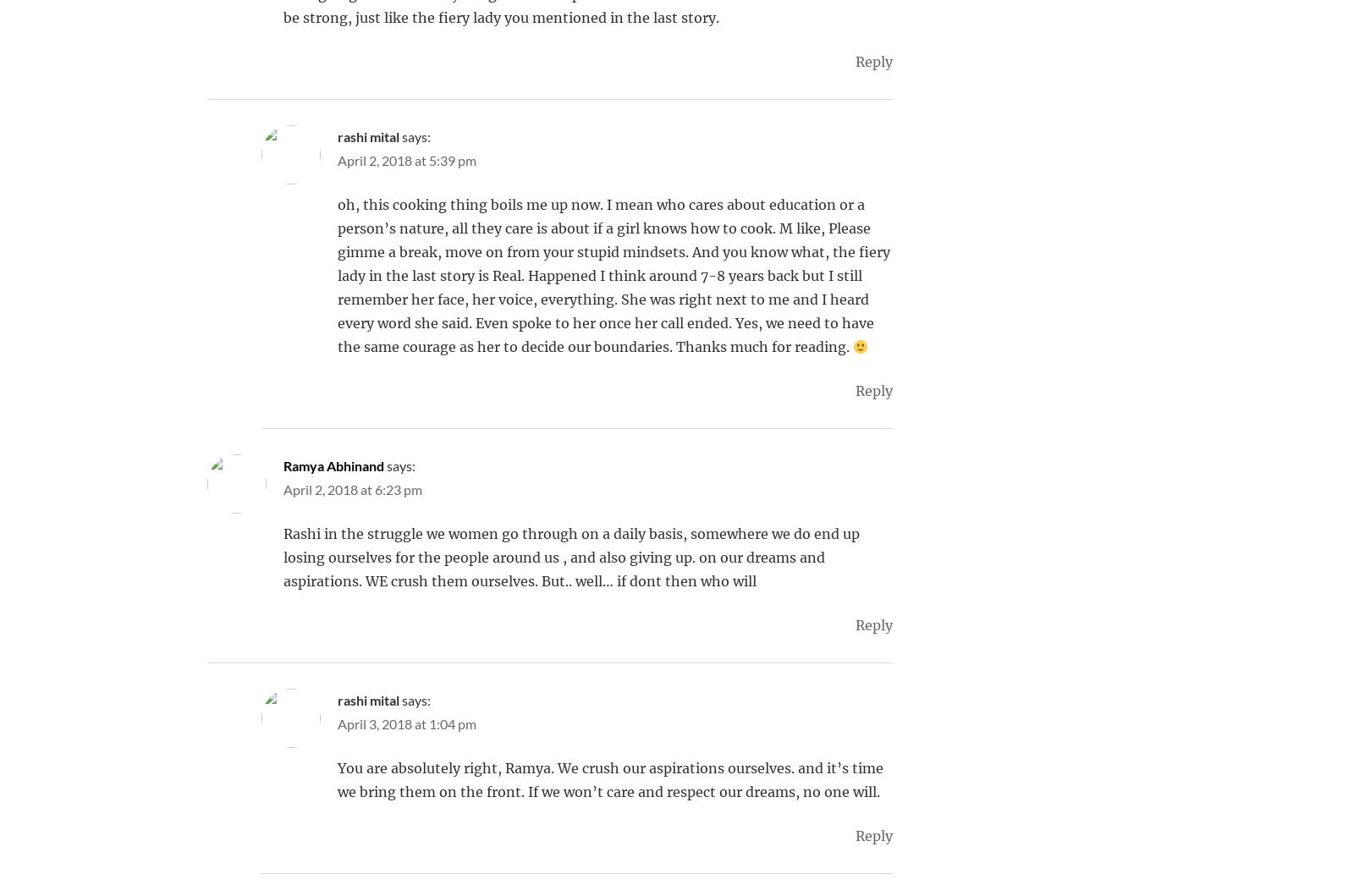 The image size is (1354, 896). What do you see at coordinates (333, 464) in the screenshot?
I see `'Ramya Abhinand'` at bounding box center [333, 464].